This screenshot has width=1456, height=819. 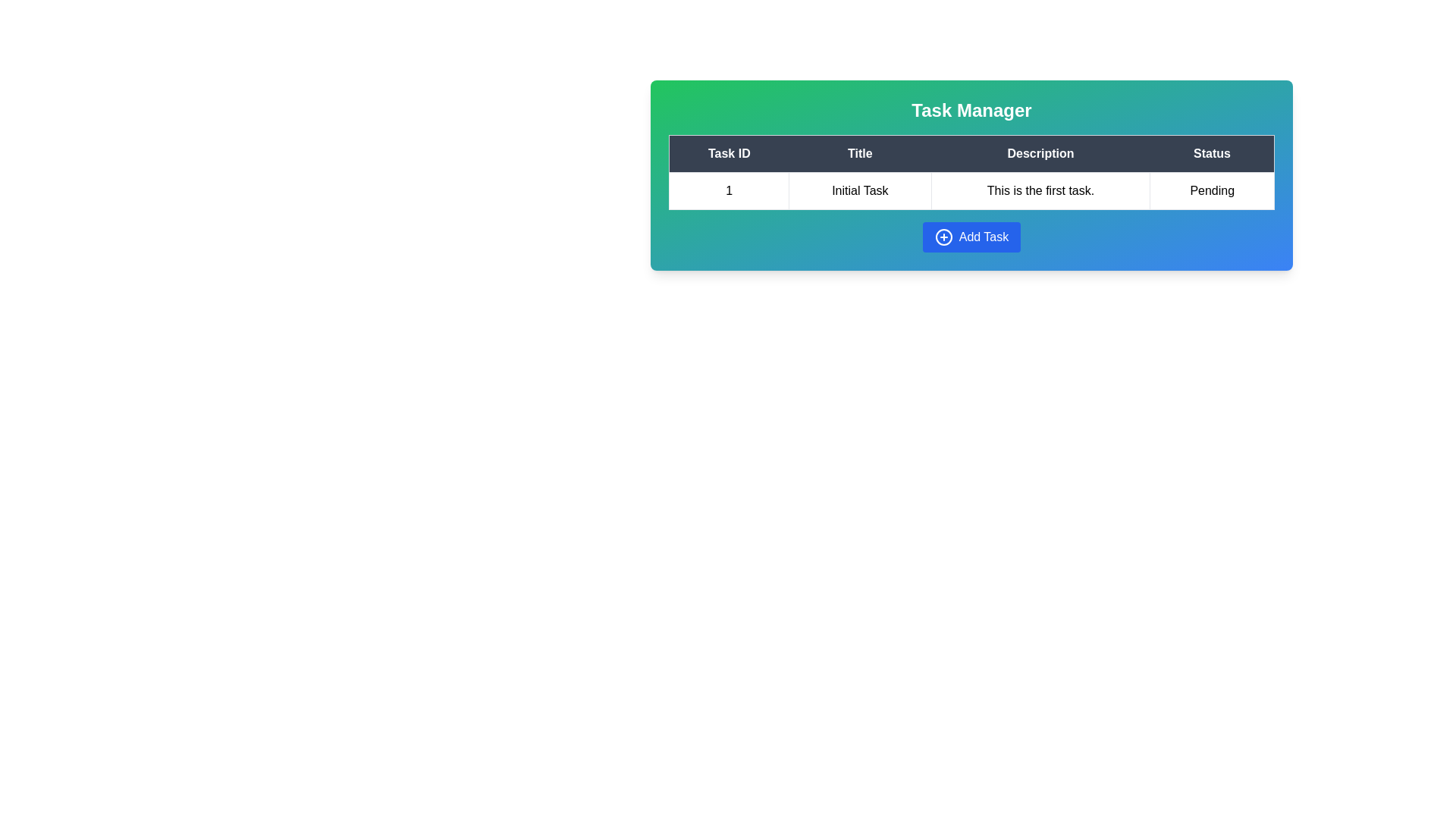 What do you see at coordinates (729, 190) in the screenshot?
I see `the row corresponding to task ID 1 to view its details` at bounding box center [729, 190].